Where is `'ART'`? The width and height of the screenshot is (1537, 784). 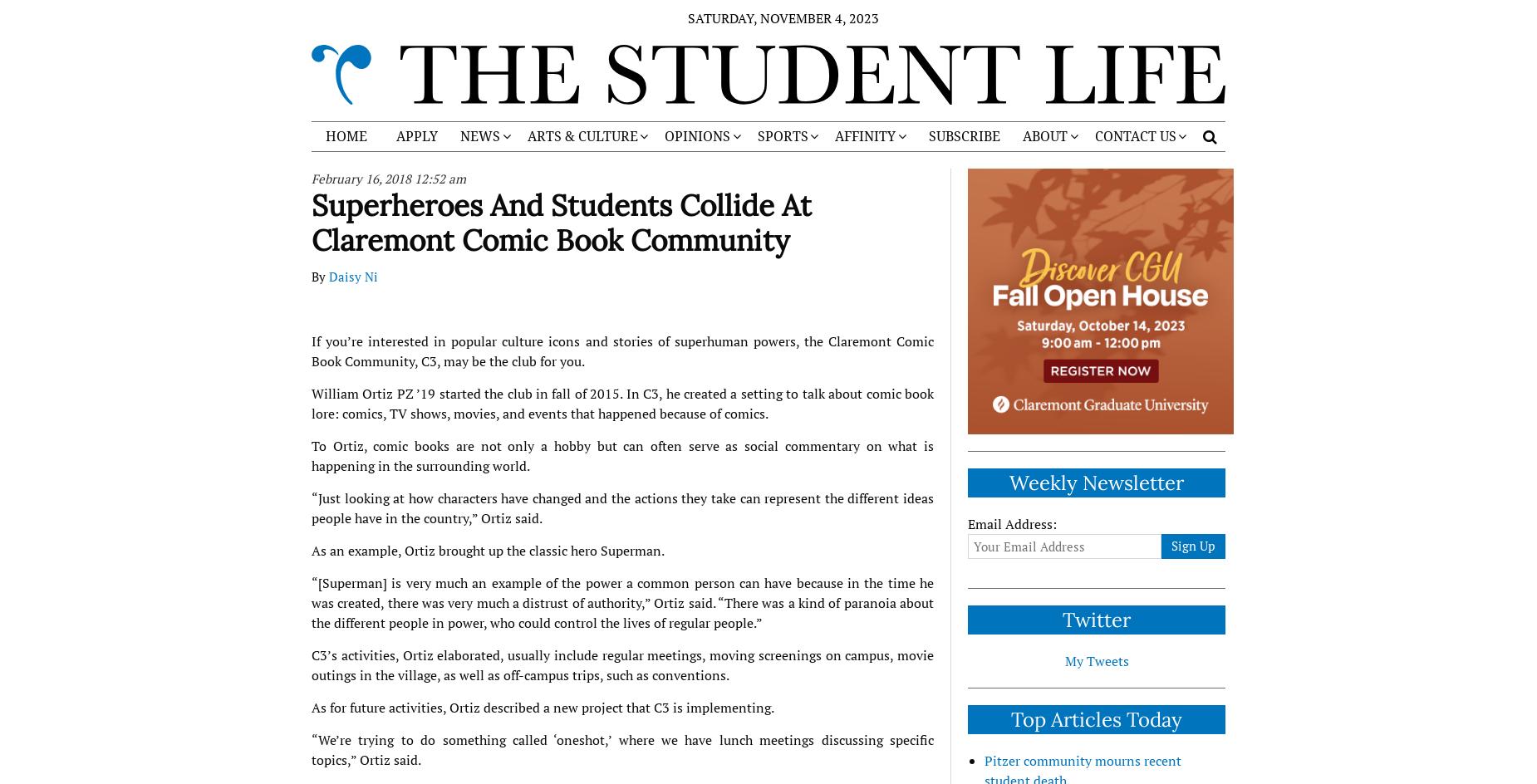 'ART' is located at coordinates (641, 373).